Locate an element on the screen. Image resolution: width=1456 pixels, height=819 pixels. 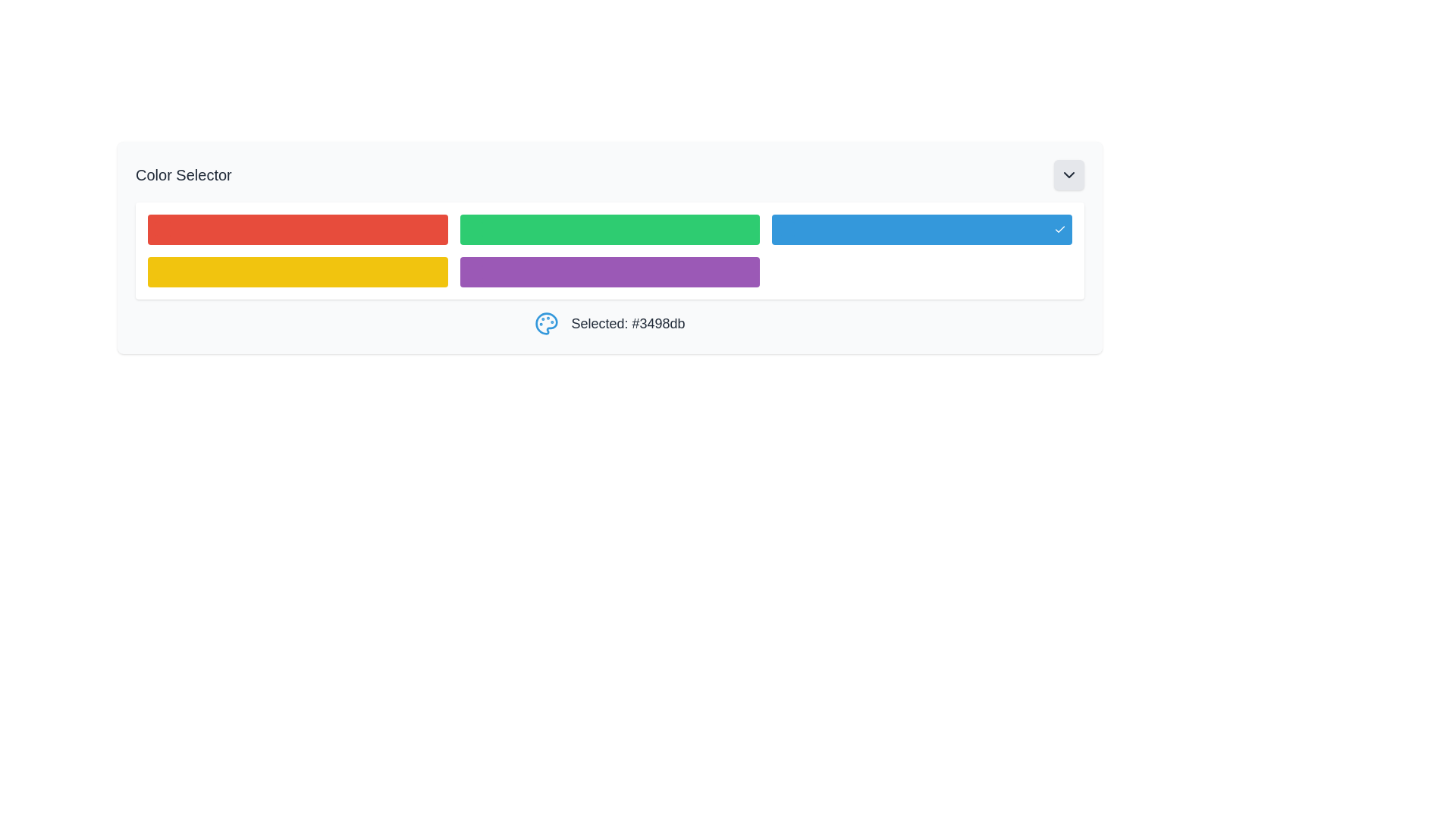
the square shape element located in the yellow color bar, positioned on the second row of the color selector interface is located at coordinates (163, 271).